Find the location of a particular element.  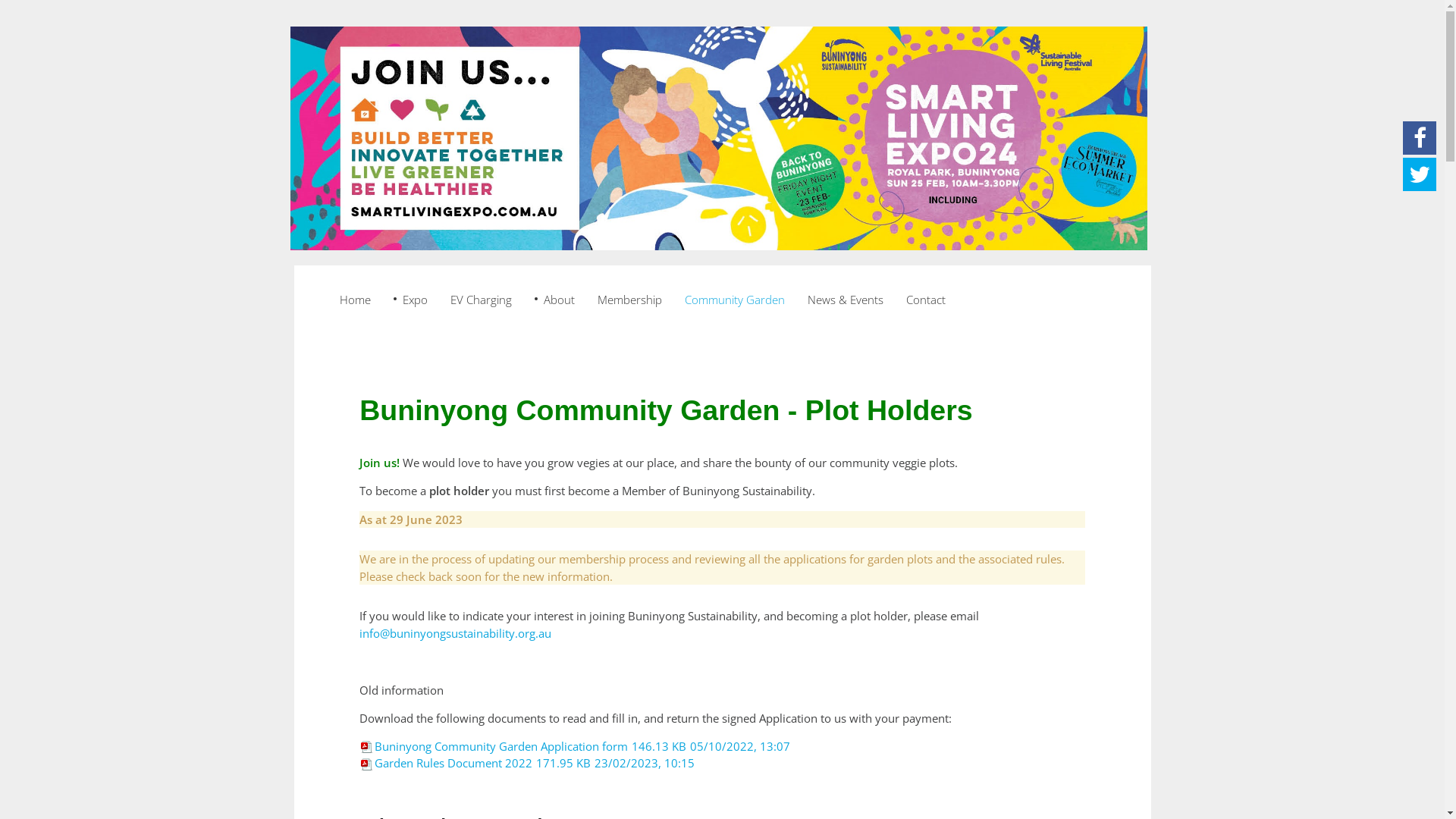

'EV Charging' is located at coordinates (480, 299).